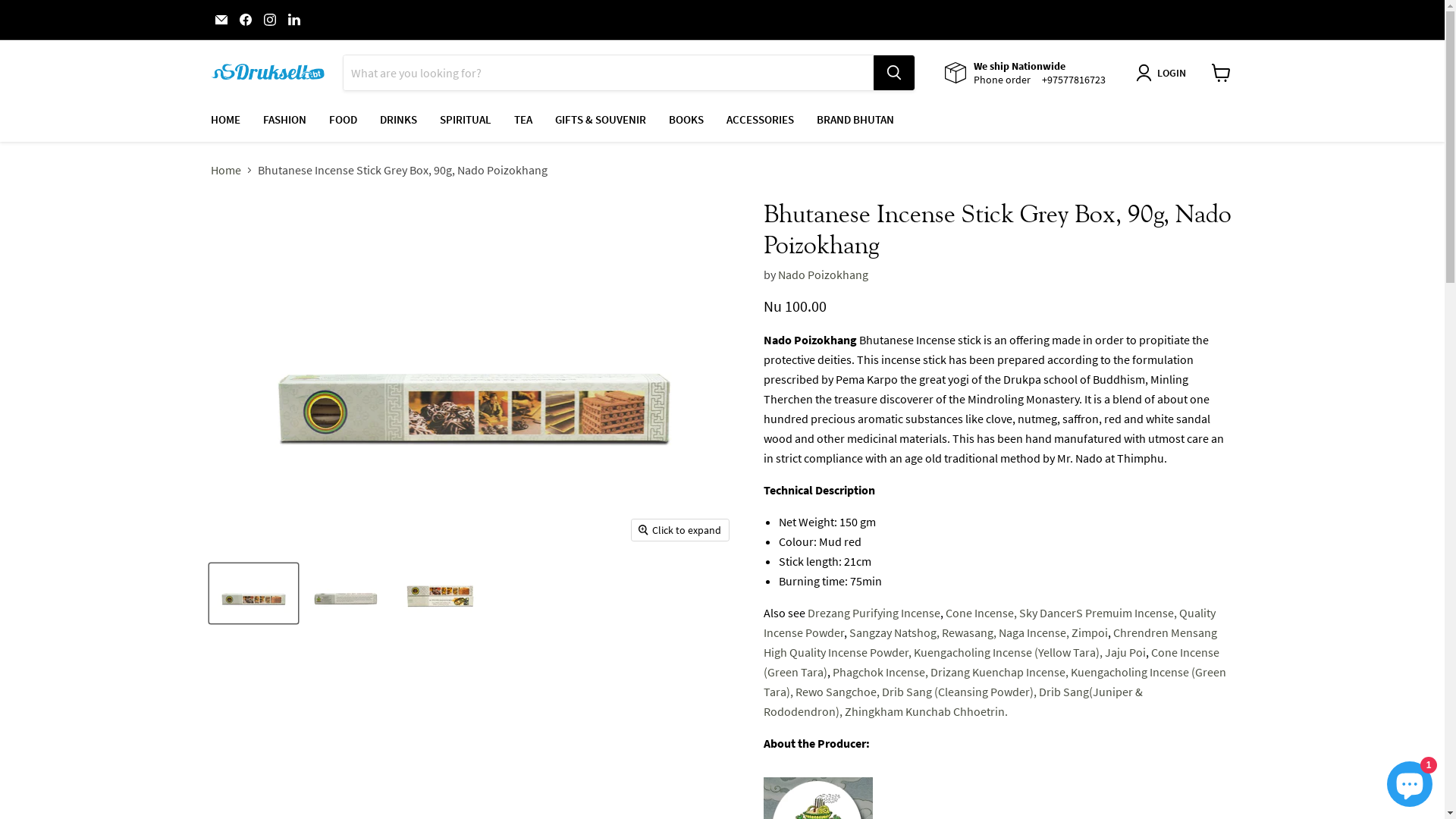 This screenshot has height=819, width=1456. I want to click on 'FOOD', so click(341, 119).